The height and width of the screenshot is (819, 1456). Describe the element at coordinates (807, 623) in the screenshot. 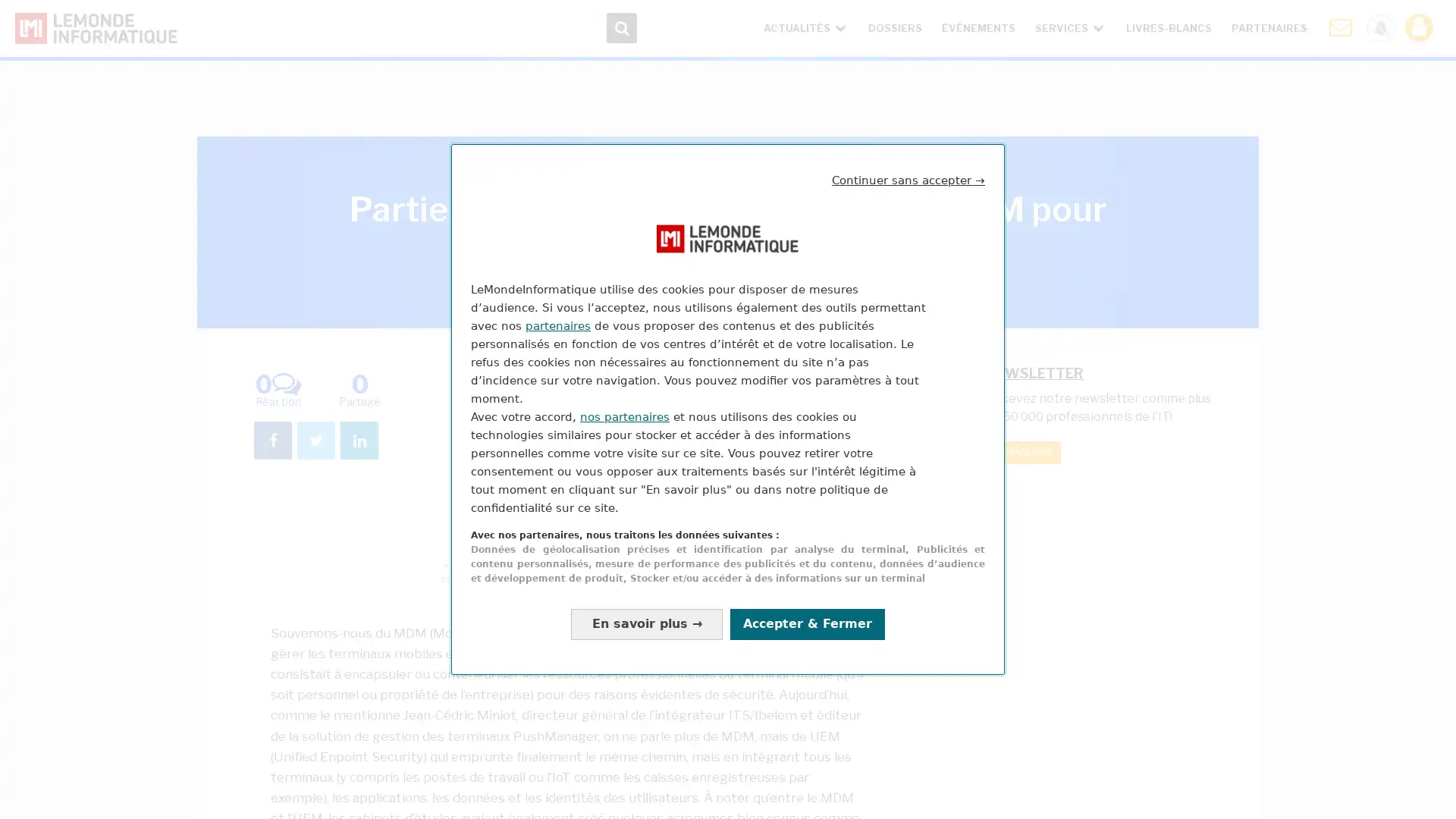

I see `Accepter notre traitement des donnees et fermer` at that location.